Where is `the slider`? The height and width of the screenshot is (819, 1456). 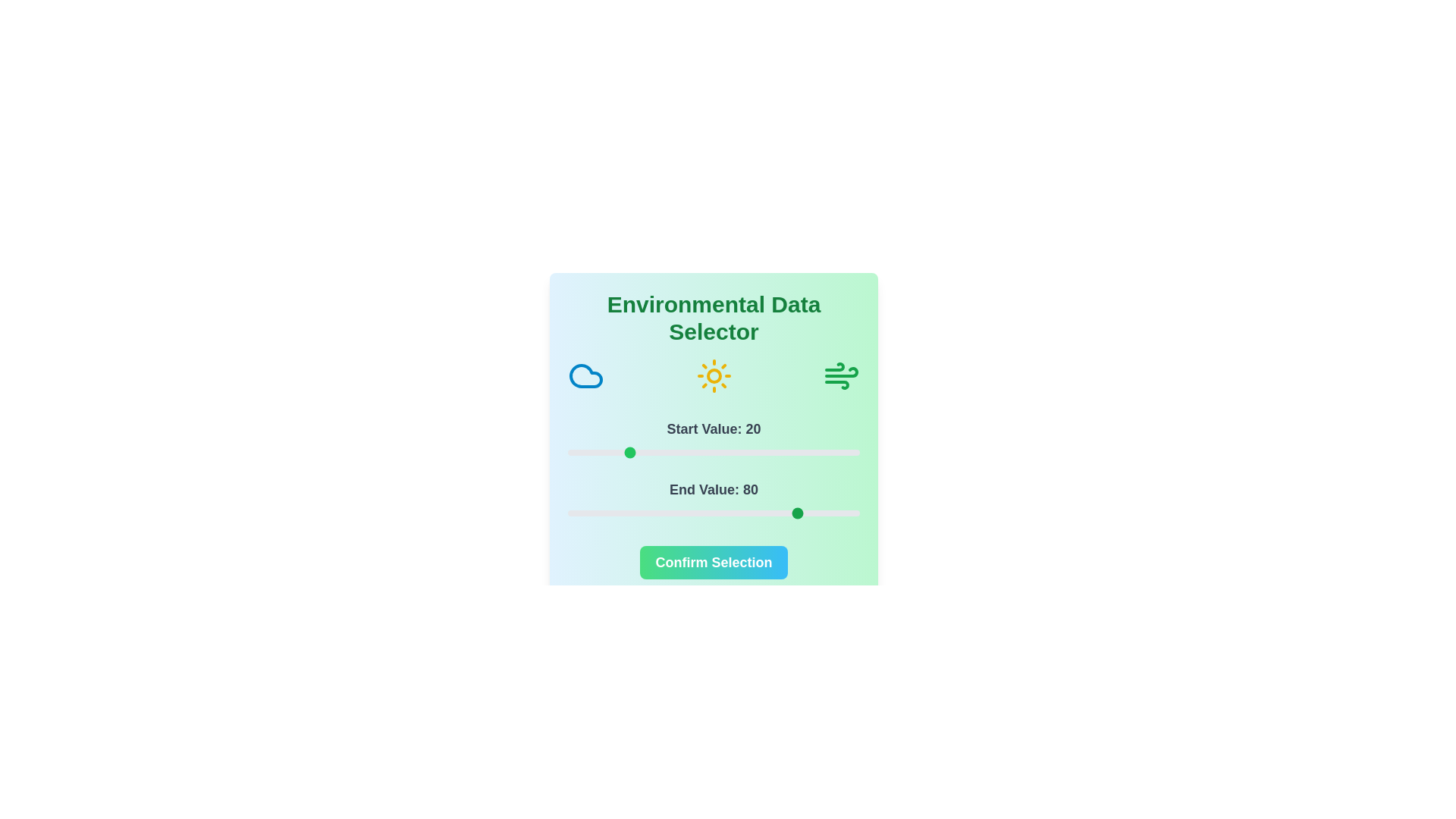
the slider is located at coordinates (783, 513).